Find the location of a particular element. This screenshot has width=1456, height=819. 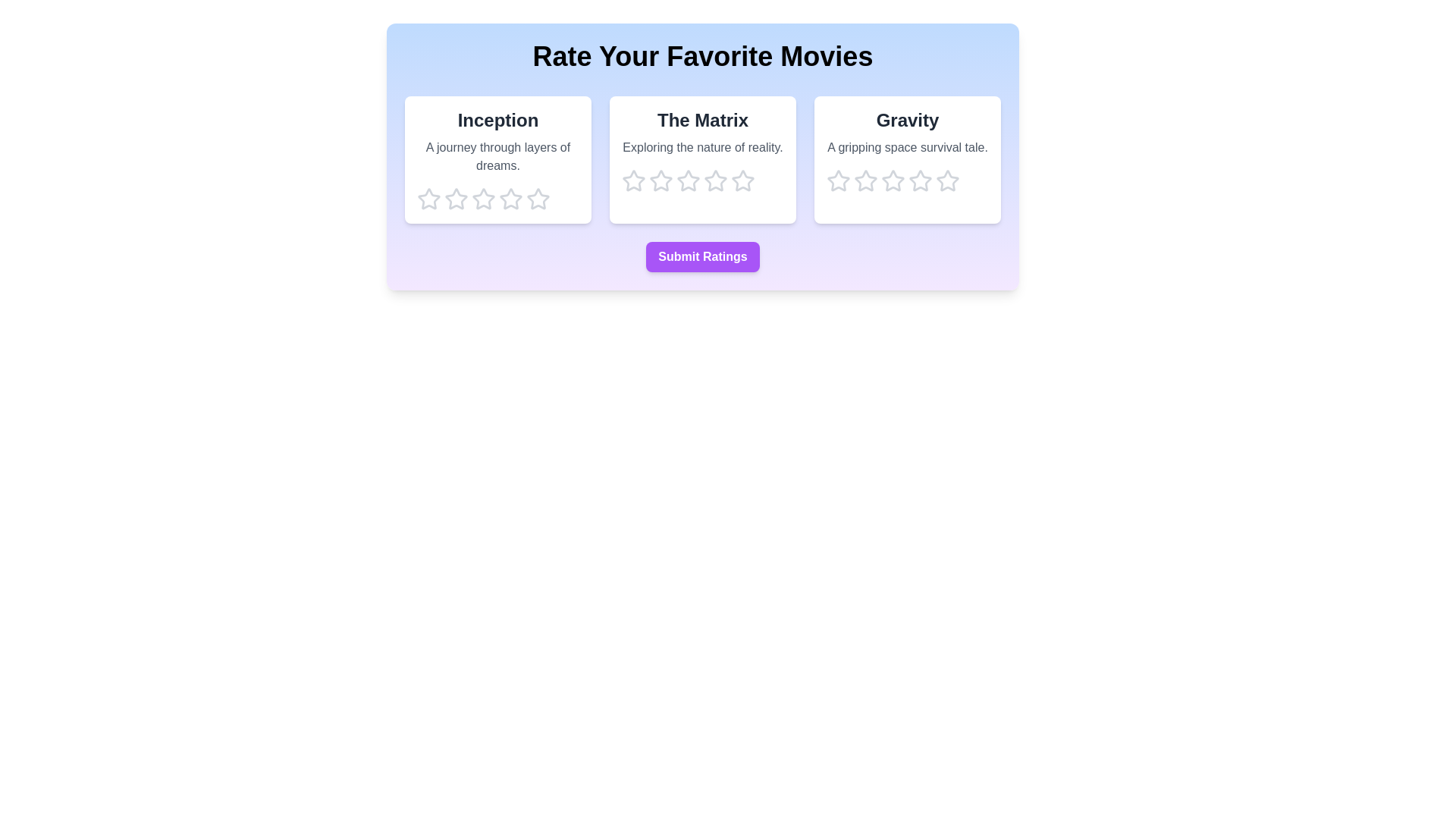

the star corresponding to 2 for the movie The Matrix is located at coordinates (661, 180).